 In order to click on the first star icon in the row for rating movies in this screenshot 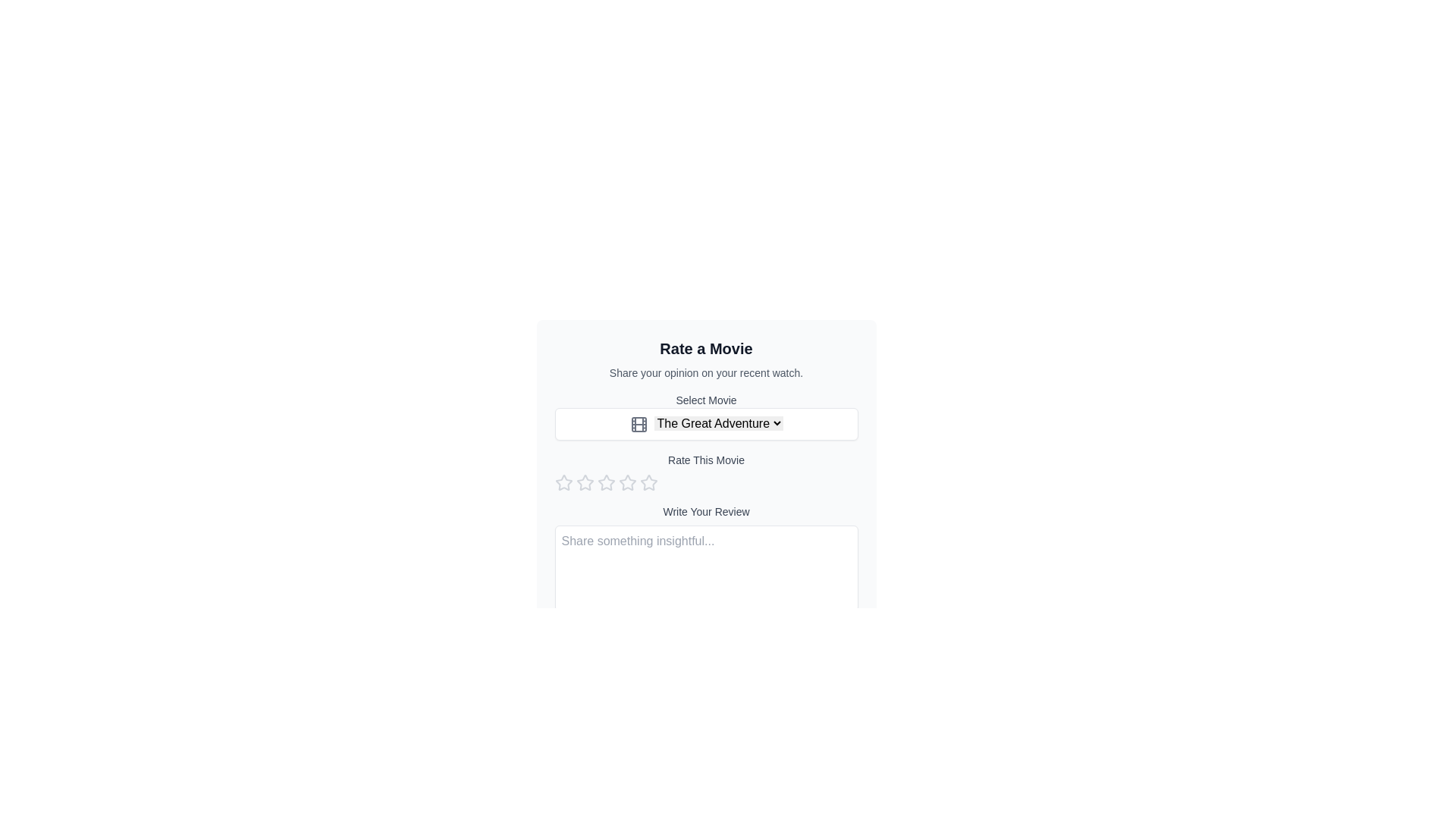, I will do `click(563, 482)`.